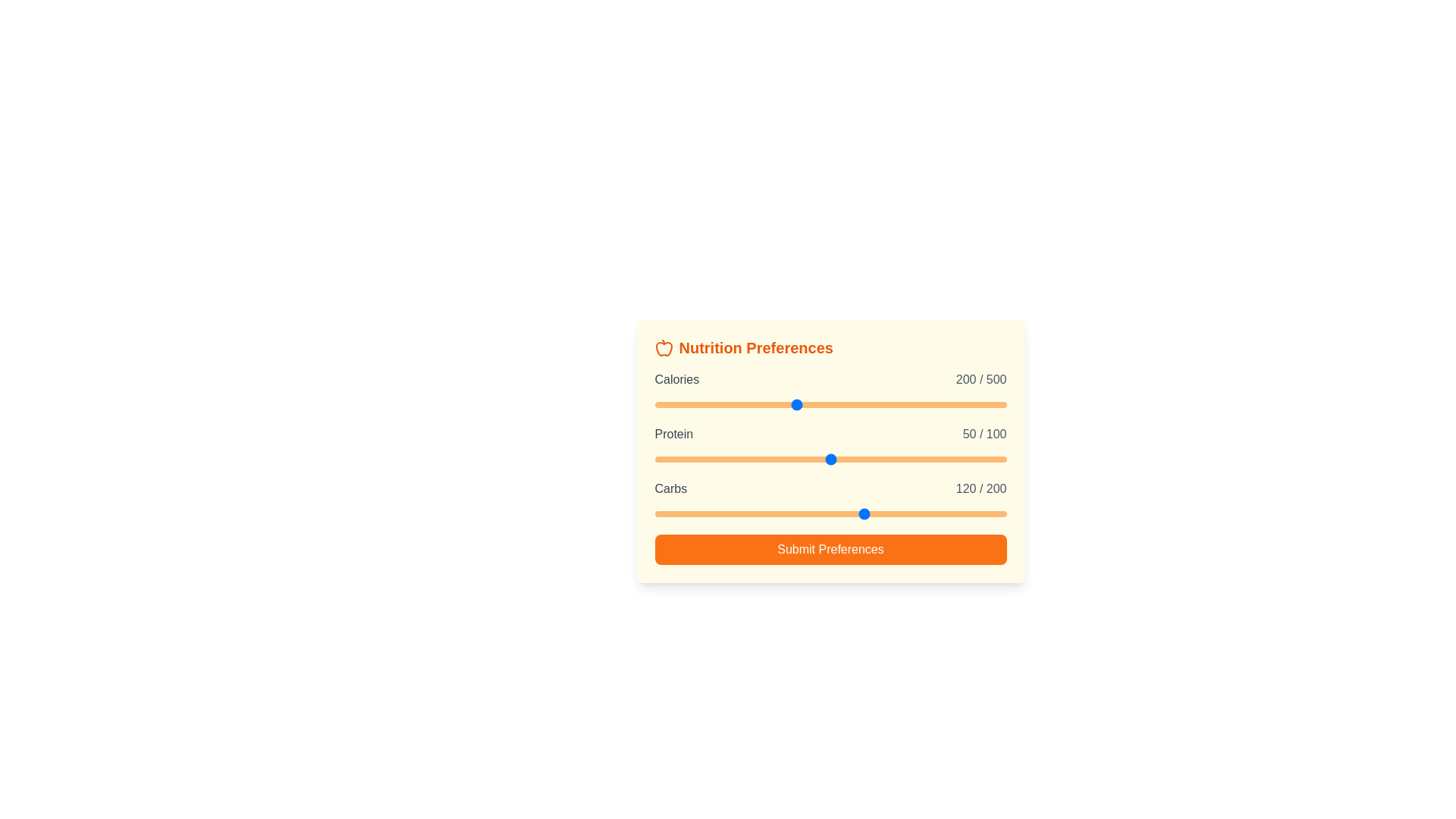  I want to click on the caloric value, so click(833, 403).